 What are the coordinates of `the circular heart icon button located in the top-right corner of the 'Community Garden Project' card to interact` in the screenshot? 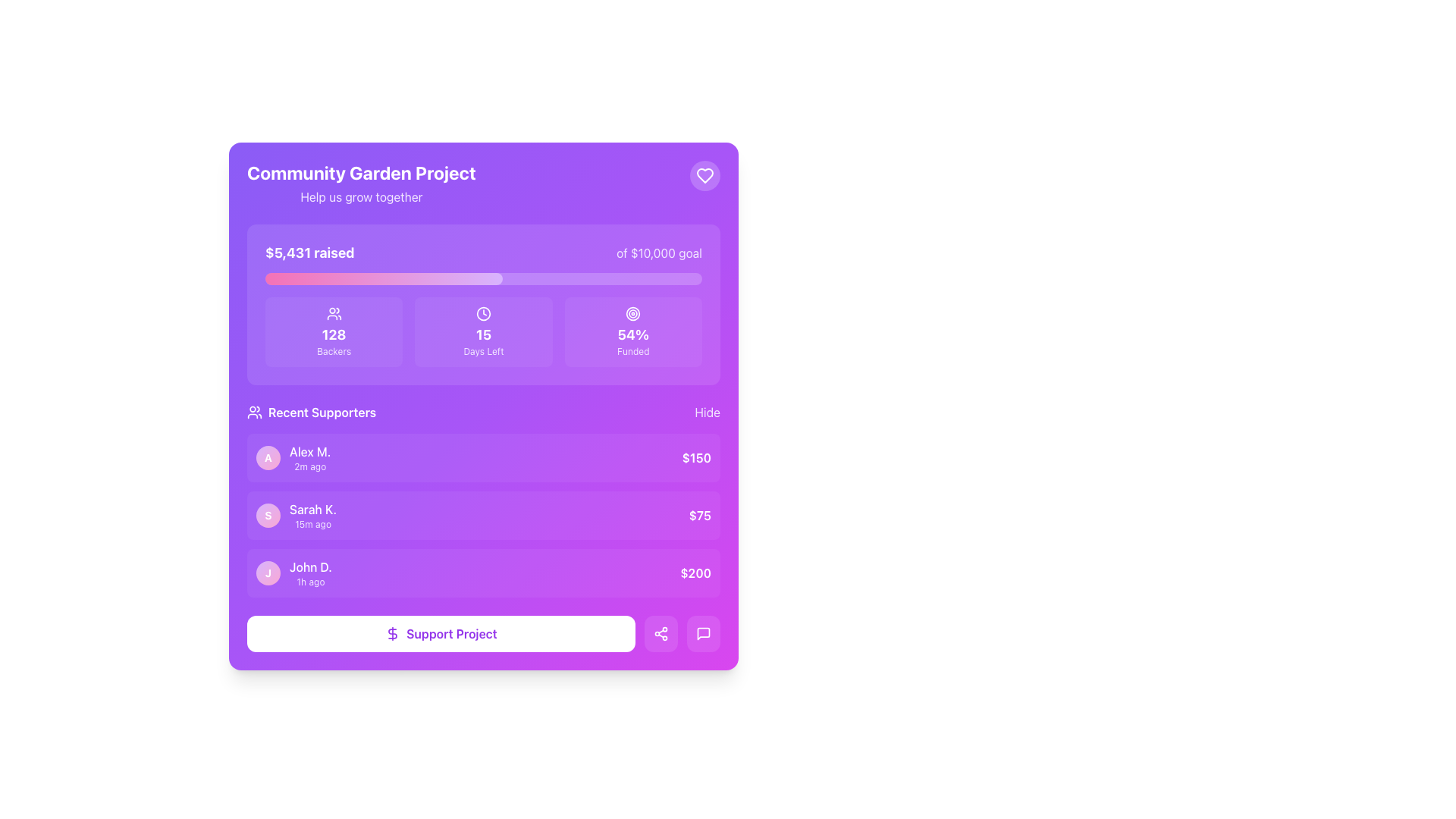 It's located at (704, 174).